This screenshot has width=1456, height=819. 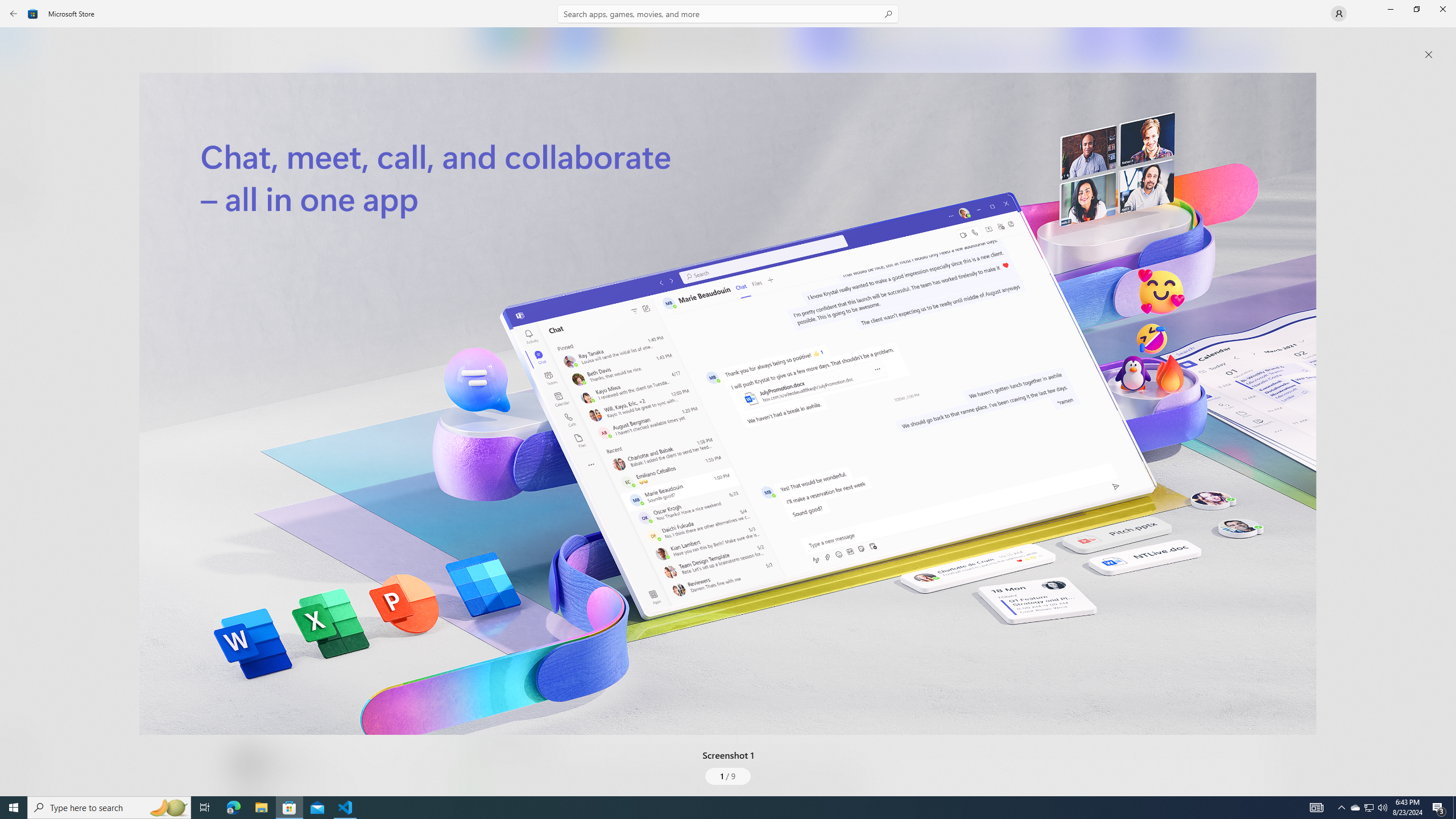 I want to click on 'Search', so click(x=728, y=13).